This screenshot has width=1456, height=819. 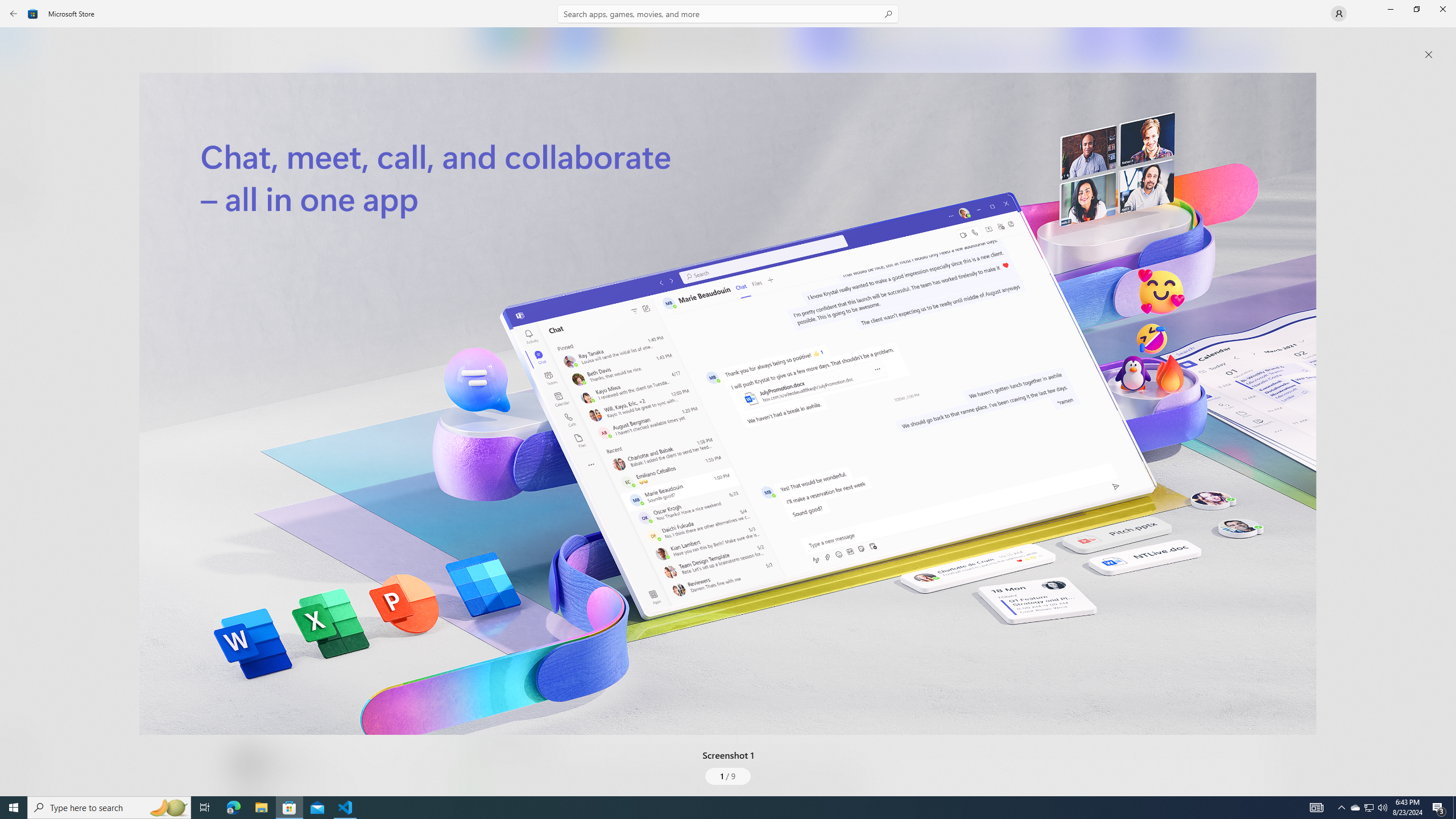 I want to click on 'Search', so click(x=728, y=13).